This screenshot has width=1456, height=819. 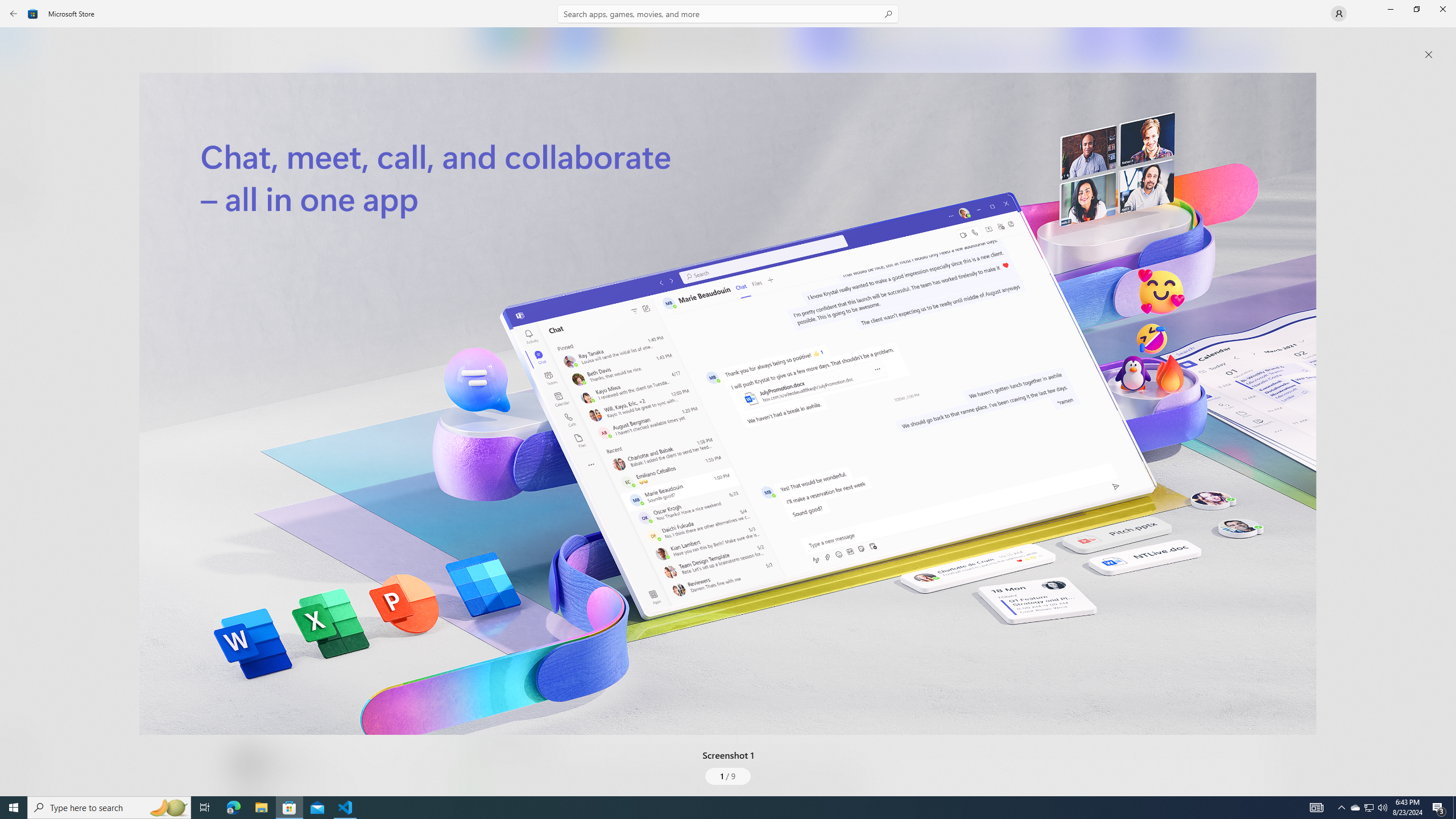 I want to click on 'Search', so click(x=728, y=13).